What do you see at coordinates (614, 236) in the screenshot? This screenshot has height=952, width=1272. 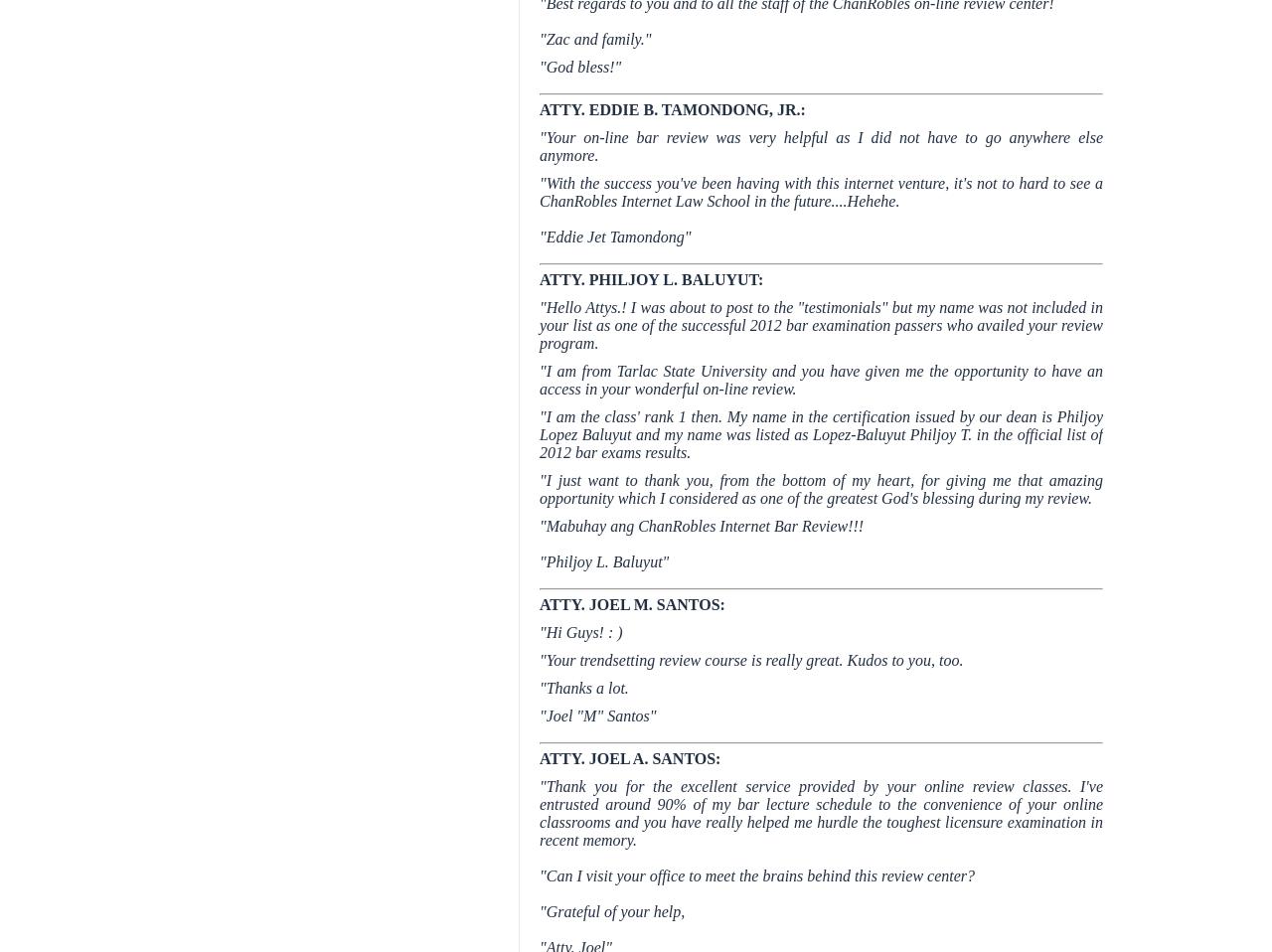 I see `'"Eddie Jet Tamondong"'` at bounding box center [614, 236].